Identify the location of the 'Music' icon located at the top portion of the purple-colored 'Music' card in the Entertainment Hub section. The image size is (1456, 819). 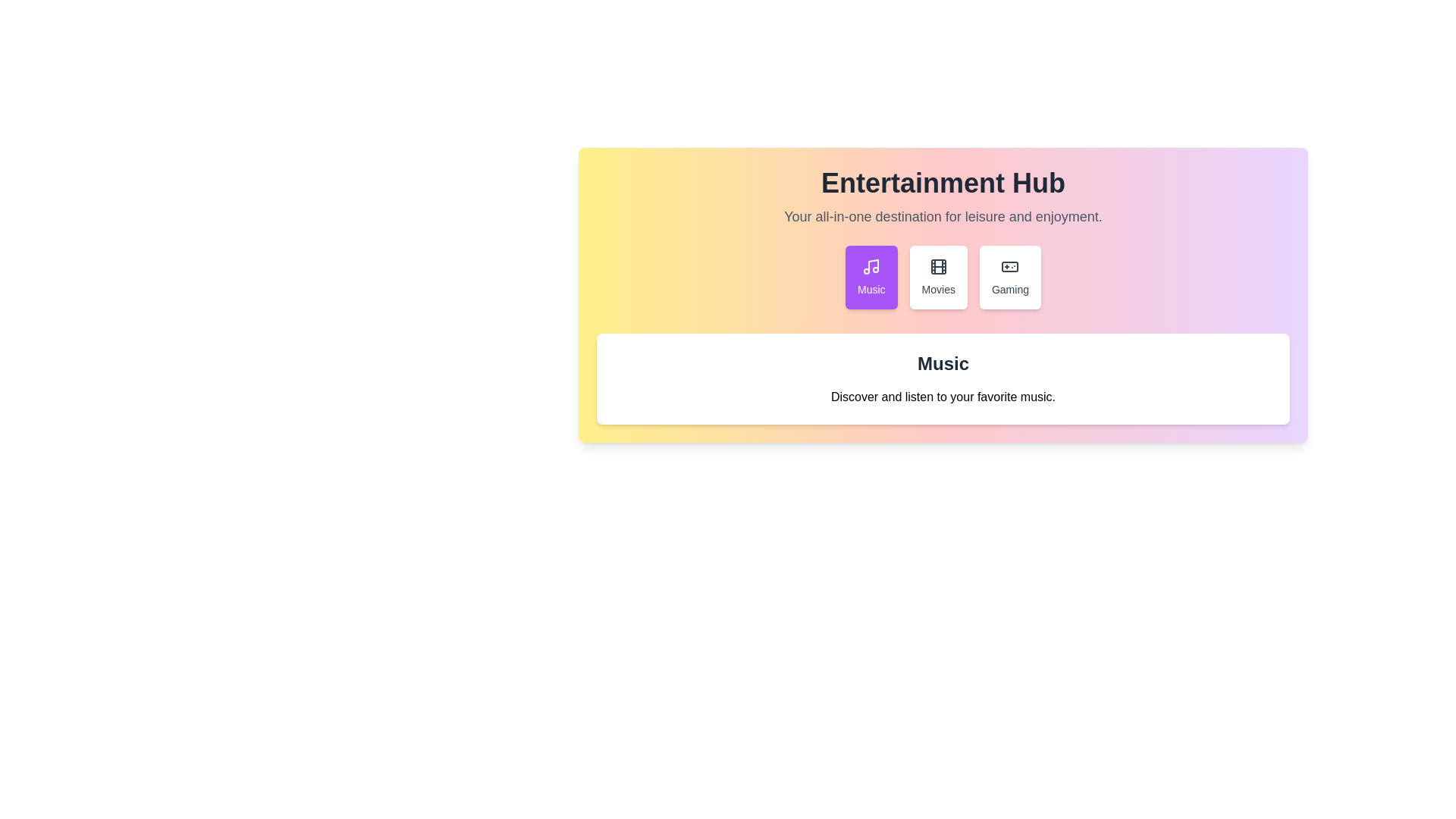
(871, 265).